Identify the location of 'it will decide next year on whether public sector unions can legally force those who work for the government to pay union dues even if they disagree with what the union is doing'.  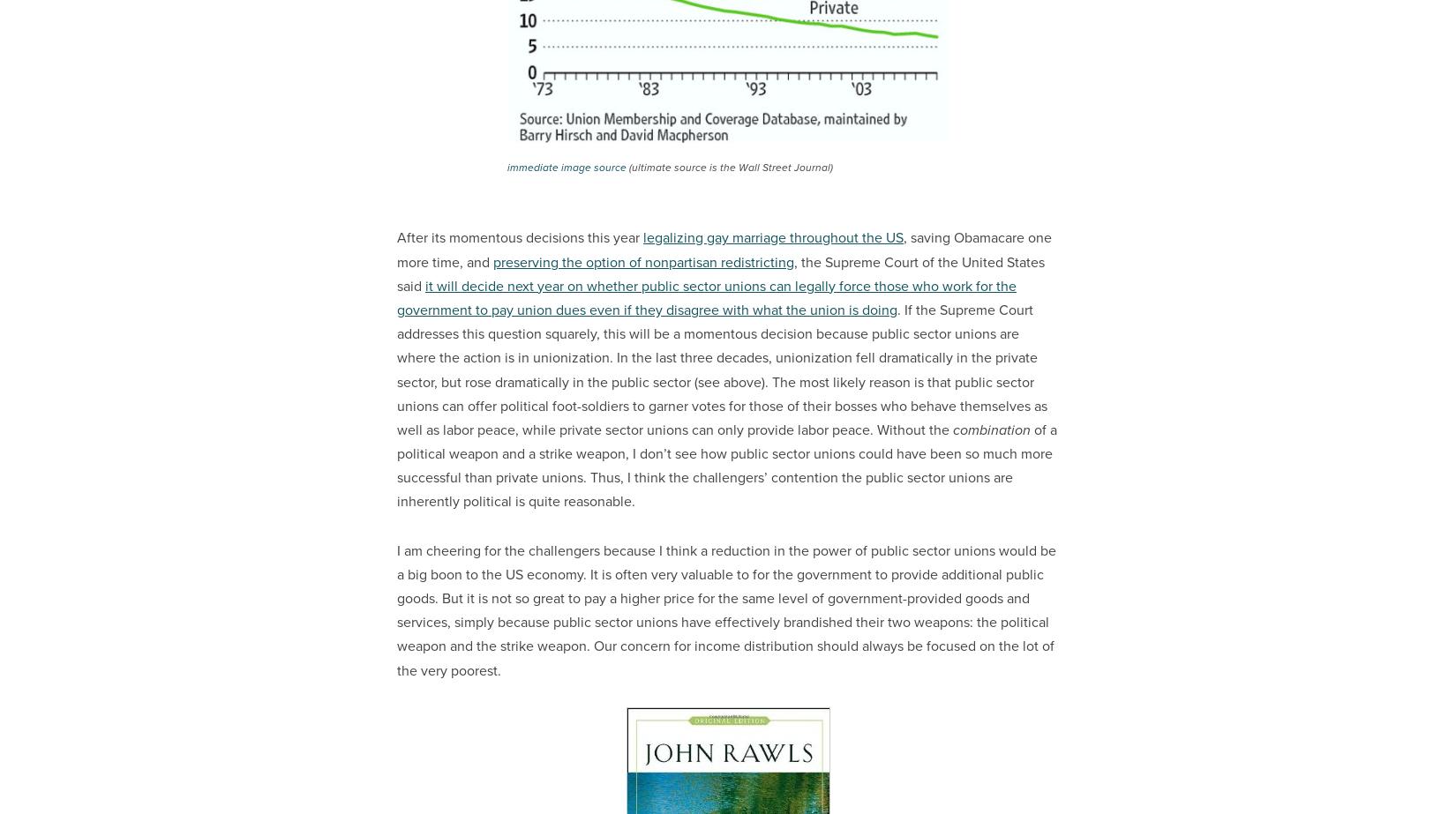
(706, 296).